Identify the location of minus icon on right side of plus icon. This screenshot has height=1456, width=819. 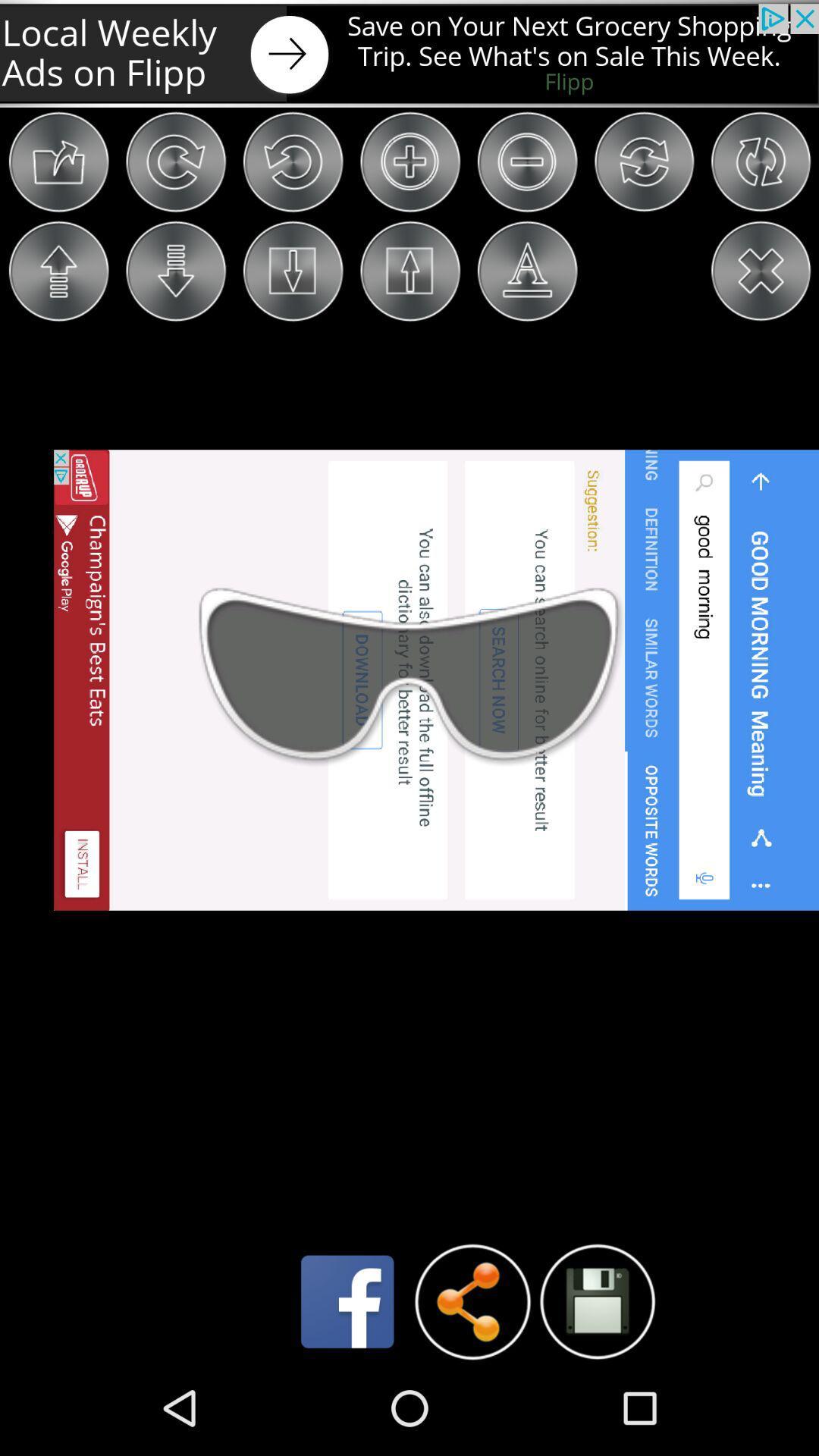
(526, 162).